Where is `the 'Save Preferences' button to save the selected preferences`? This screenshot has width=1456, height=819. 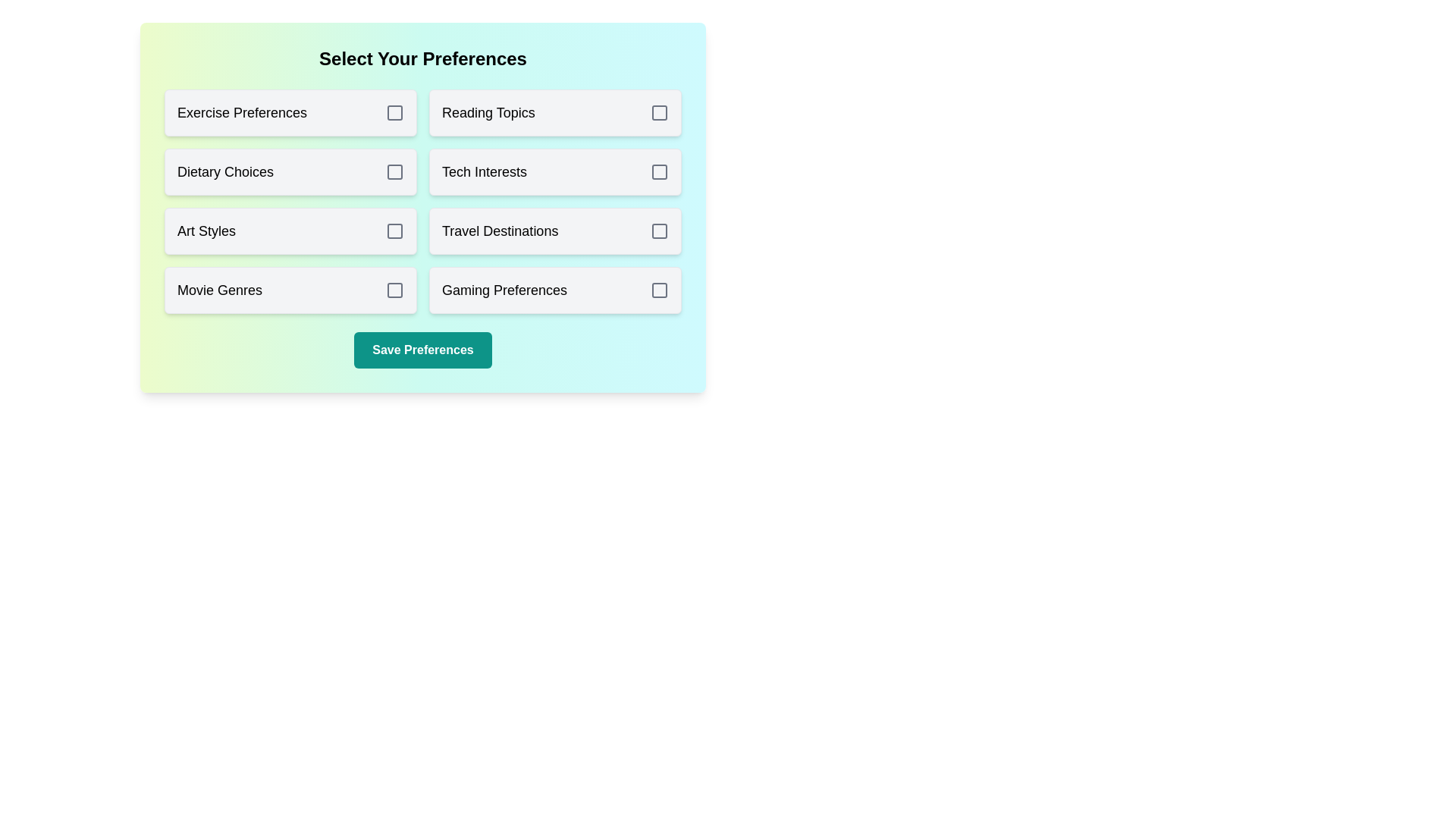 the 'Save Preferences' button to save the selected preferences is located at coordinates (422, 350).